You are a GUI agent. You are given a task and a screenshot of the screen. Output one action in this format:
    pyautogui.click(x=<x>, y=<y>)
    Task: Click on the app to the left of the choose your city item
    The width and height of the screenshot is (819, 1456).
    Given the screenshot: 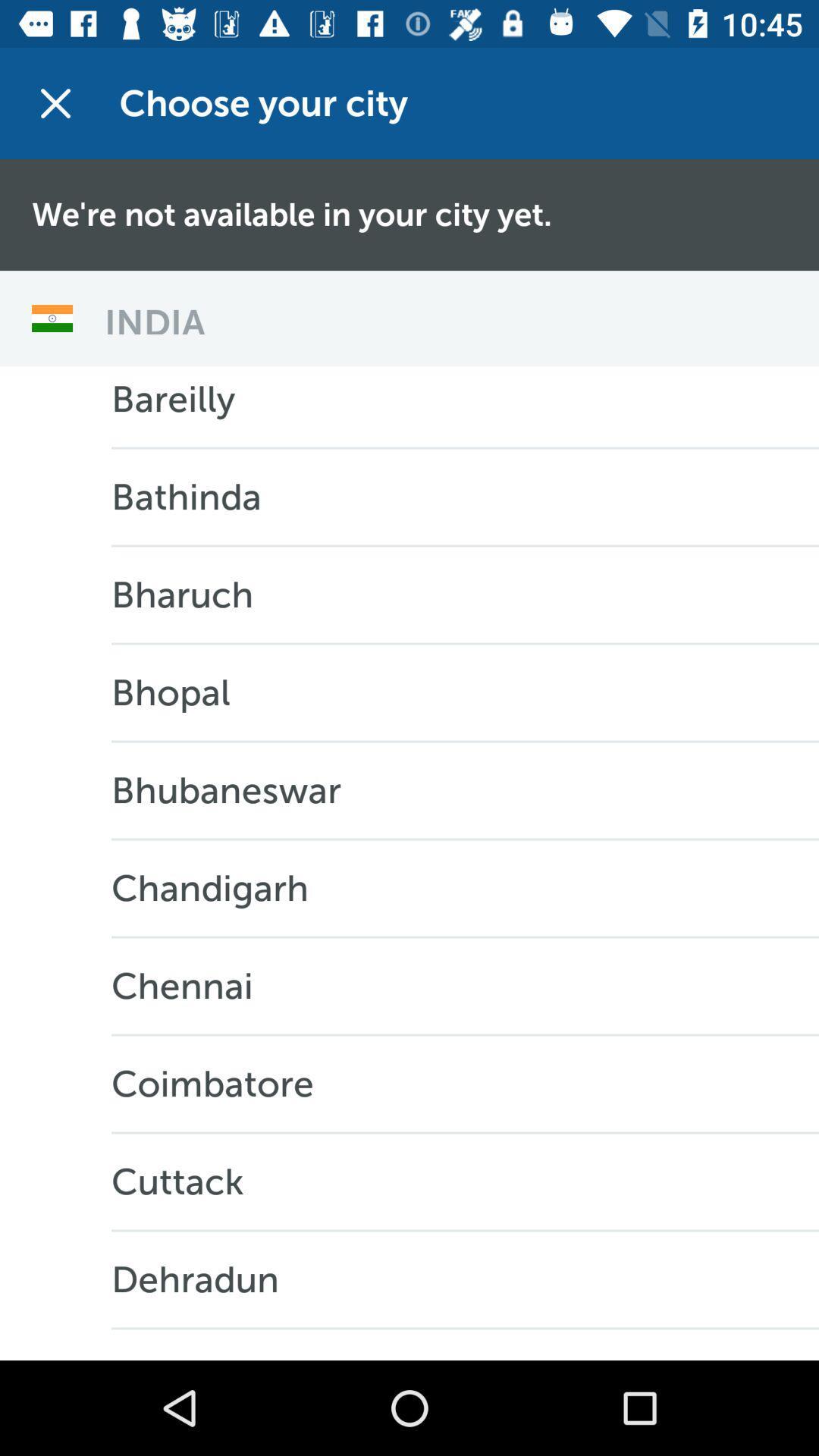 What is the action you would take?
    pyautogui.click(x=55, y=102)
    